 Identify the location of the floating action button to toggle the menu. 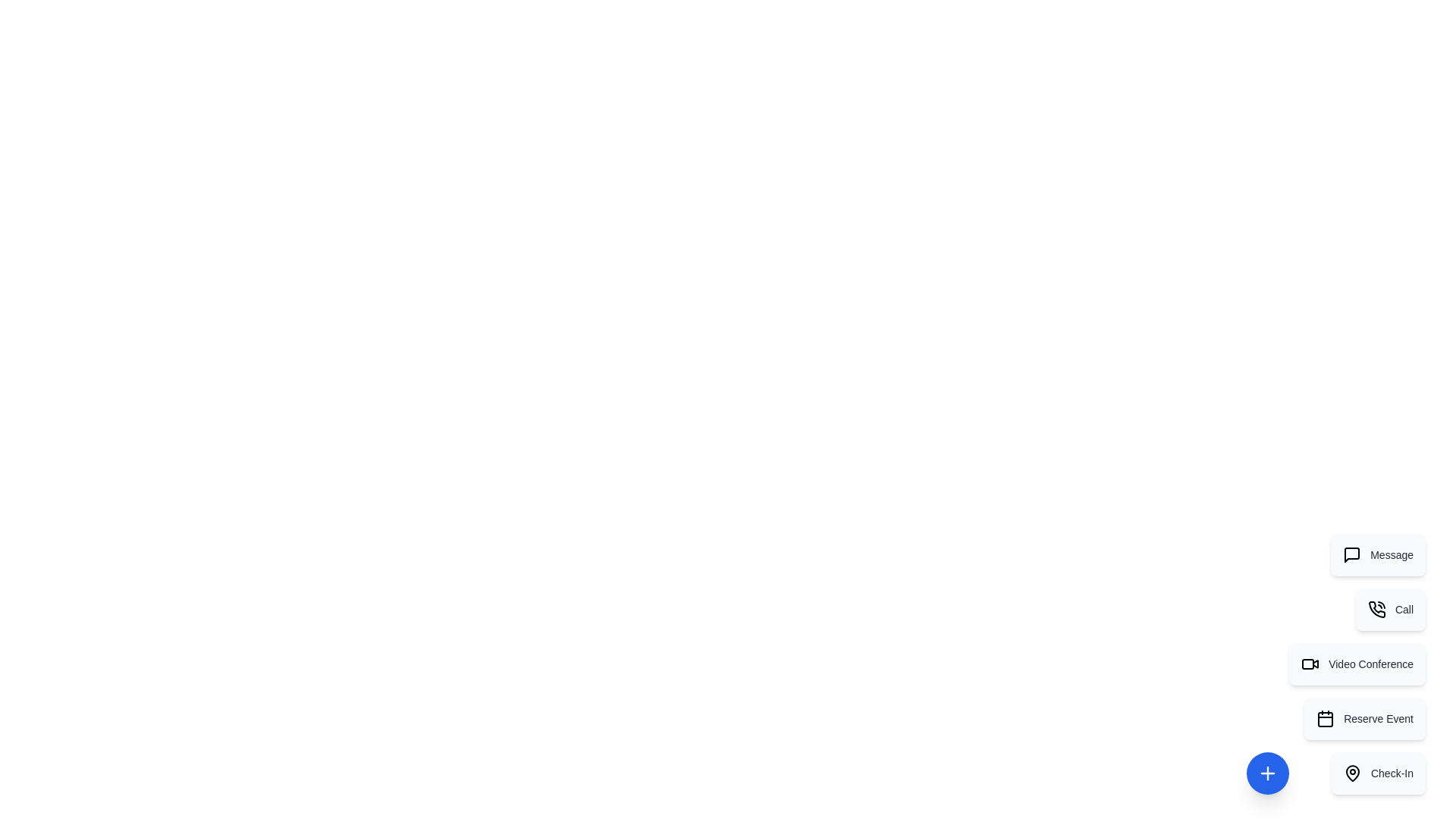
(1268, 773).